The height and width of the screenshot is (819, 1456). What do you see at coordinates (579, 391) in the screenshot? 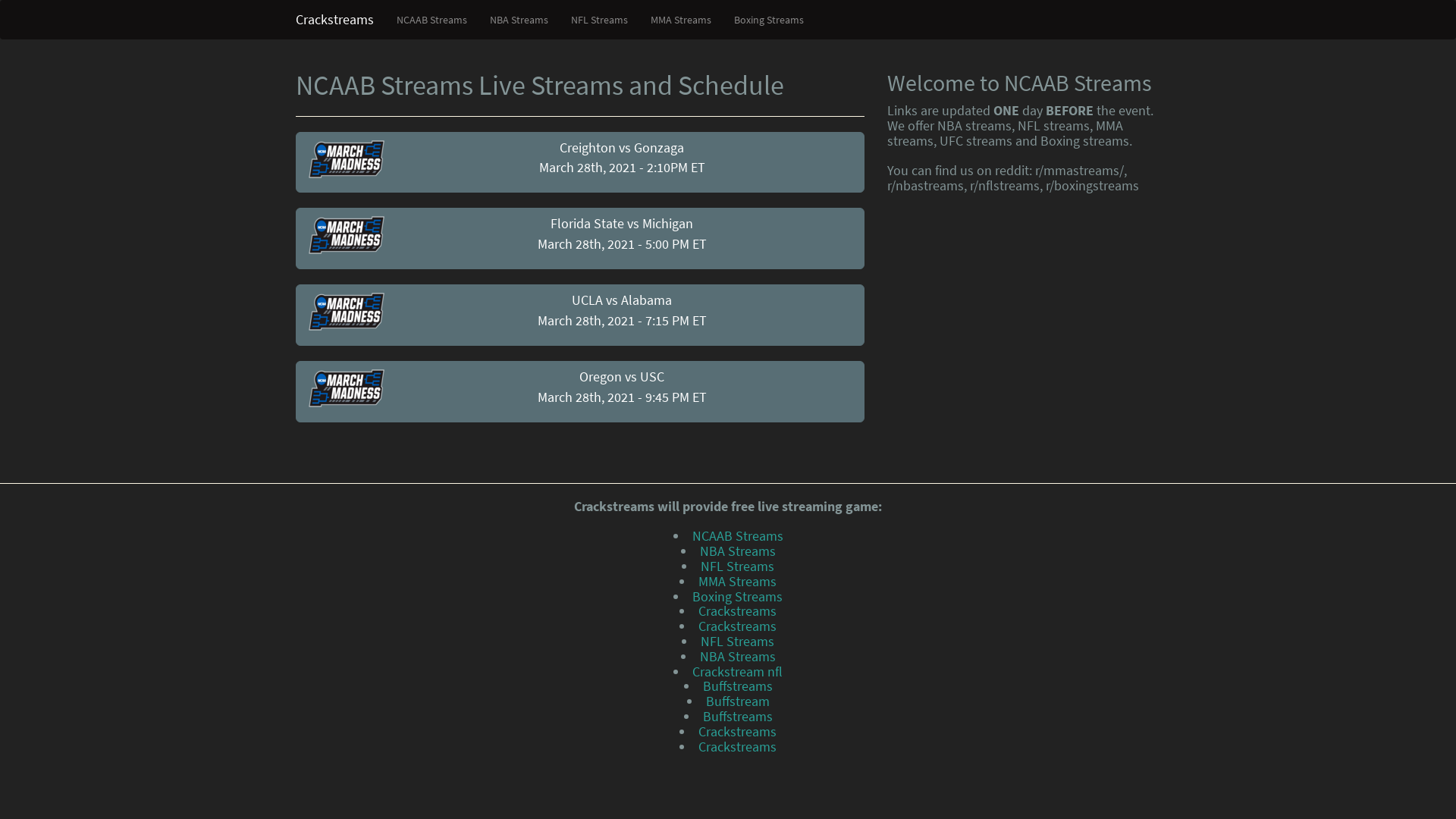
I see `'Oregon vs USC` at bounding box center [579, 391].